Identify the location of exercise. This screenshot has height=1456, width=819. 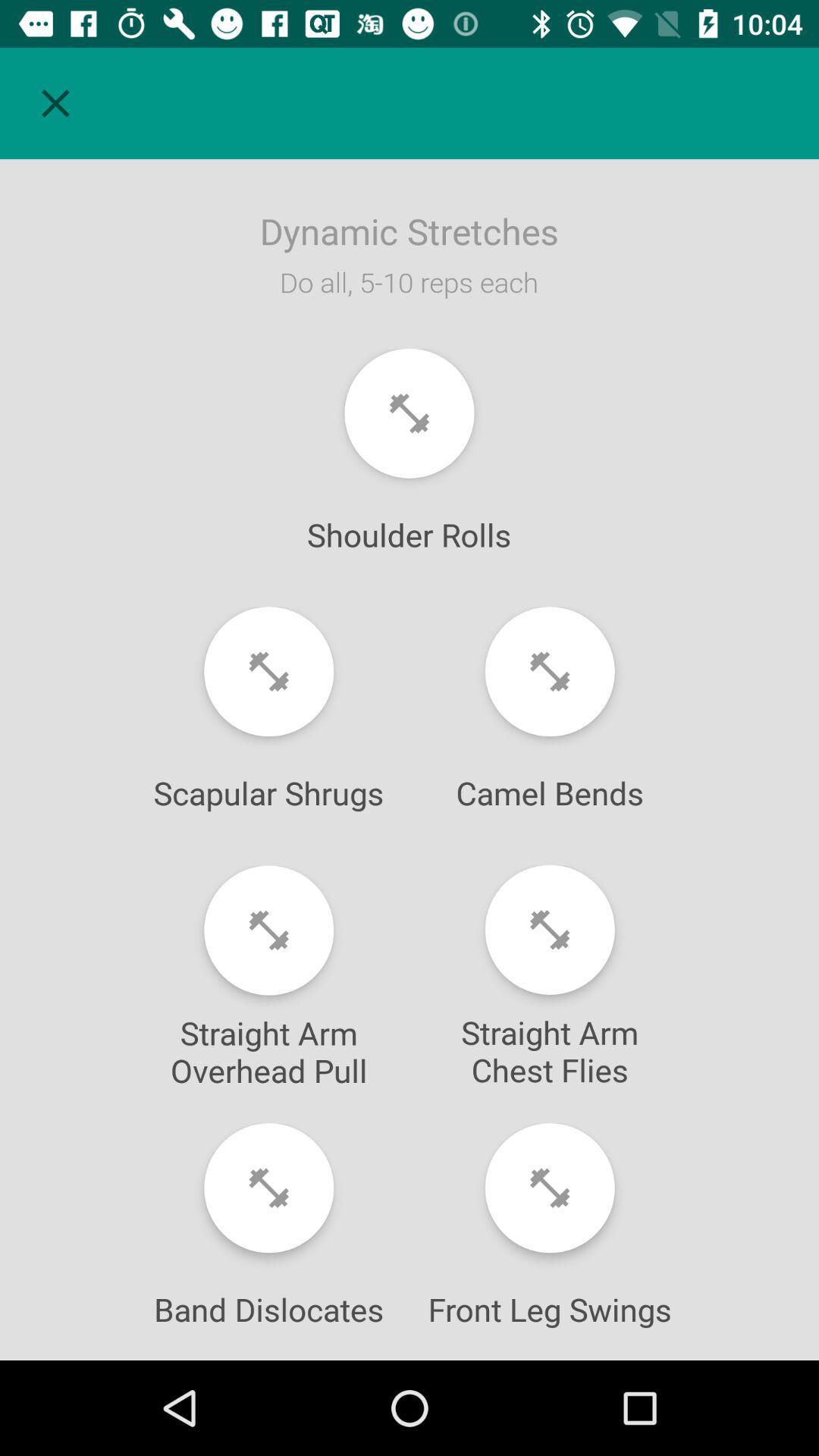
(550, 929).